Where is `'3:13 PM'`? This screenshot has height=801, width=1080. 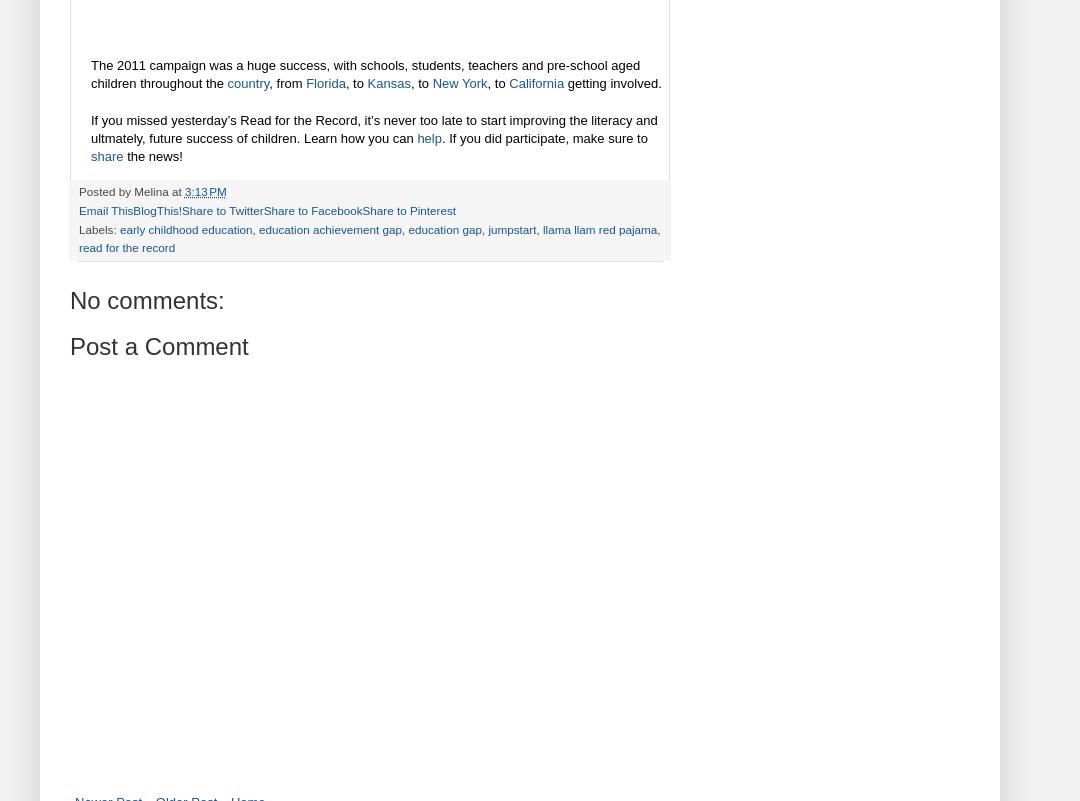 '3:13 PM' is located at coordinates (204, 190).